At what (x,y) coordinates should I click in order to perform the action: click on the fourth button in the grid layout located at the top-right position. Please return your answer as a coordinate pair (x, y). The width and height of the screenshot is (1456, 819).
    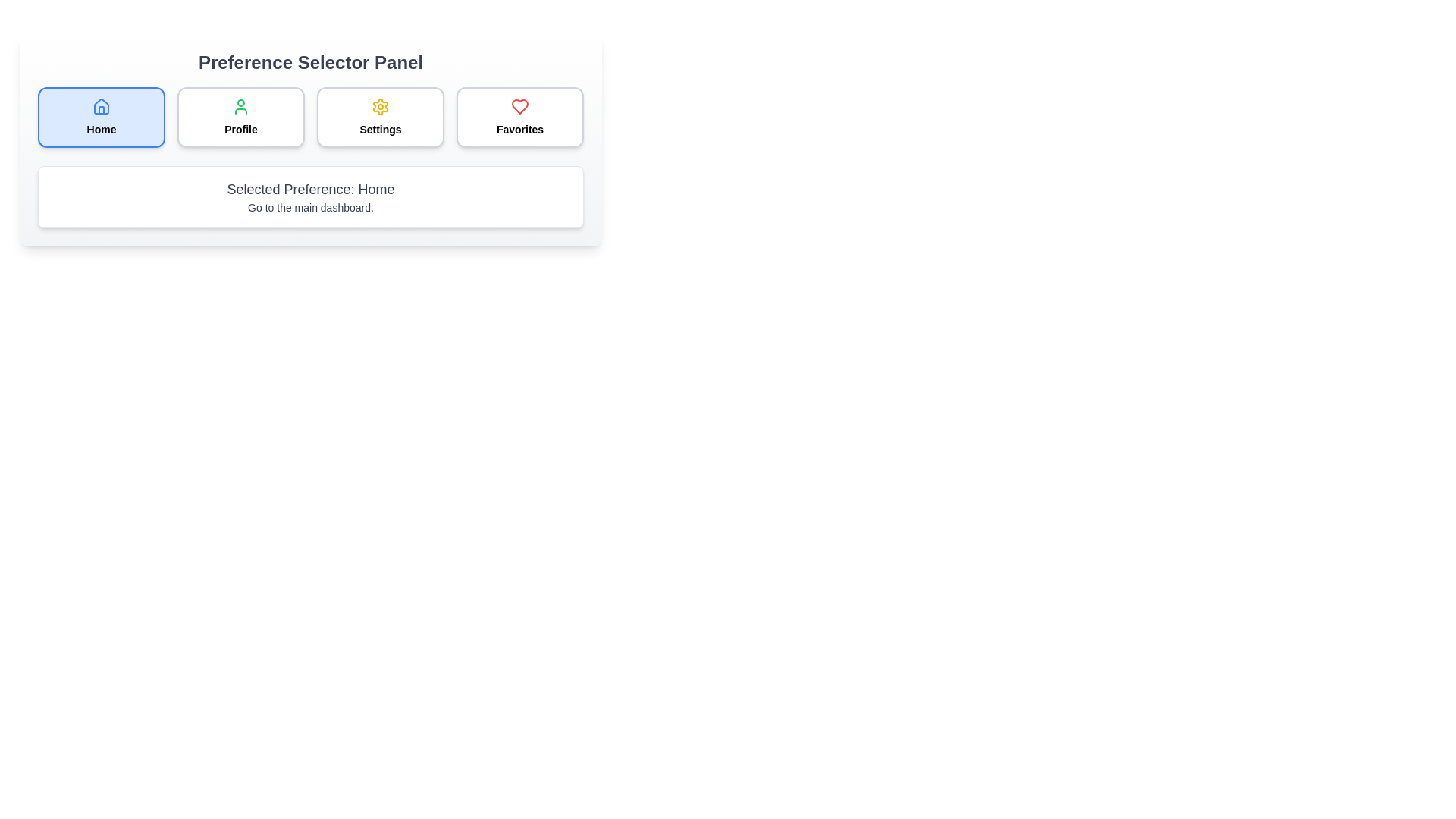
    Looking at the image, I should click on (520, 116).